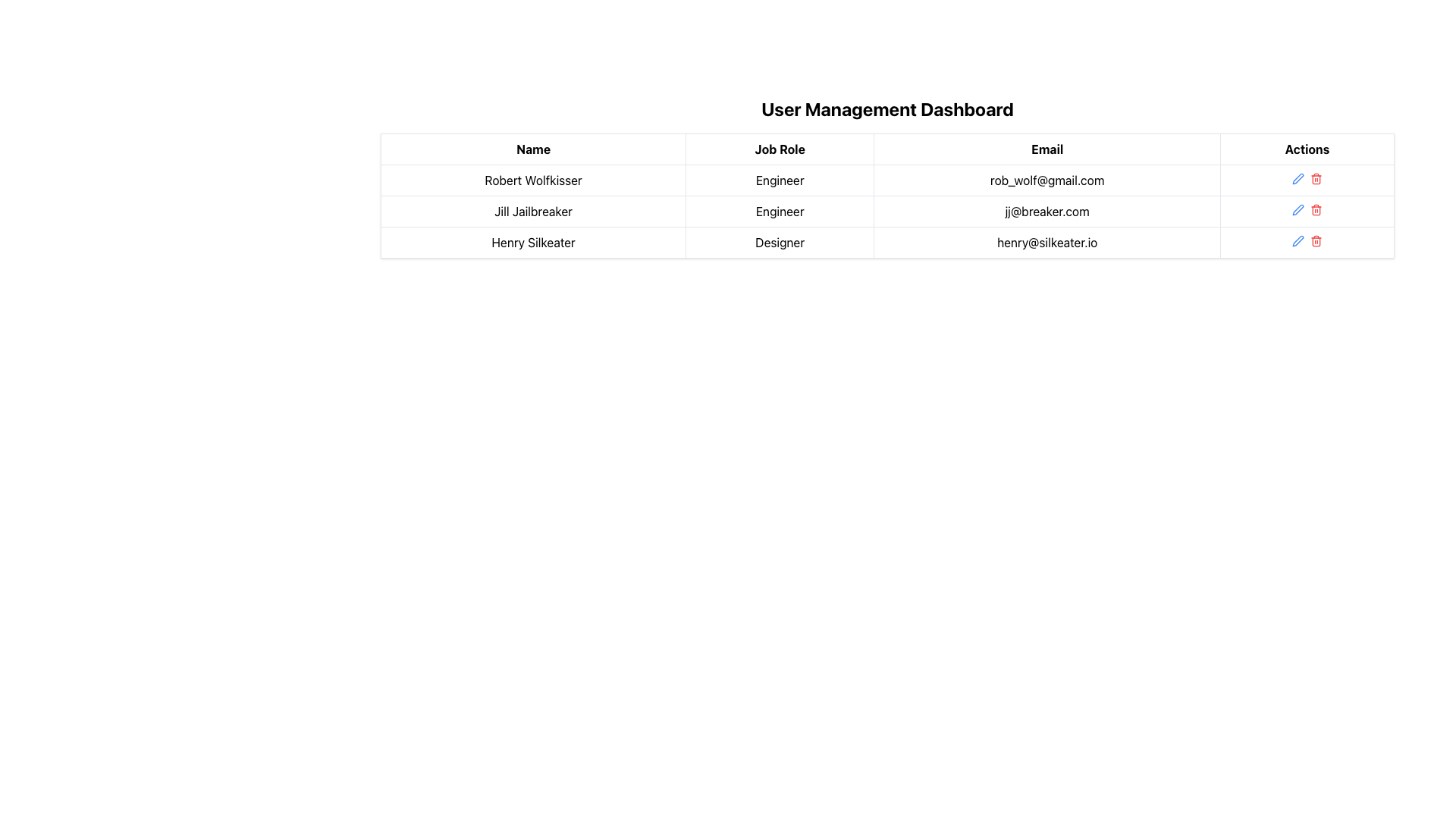 The width and height of the screenshot is (1456, 819). Describe the element at coordinates (780, 180) in the screenshot. I see `the text field displaying 'Engineer' located in the user management table, specifically in the second column of the first row, adjacent to 'Robert Wolfkisser' and 'rob_wolf@gmail.com'` at that location.